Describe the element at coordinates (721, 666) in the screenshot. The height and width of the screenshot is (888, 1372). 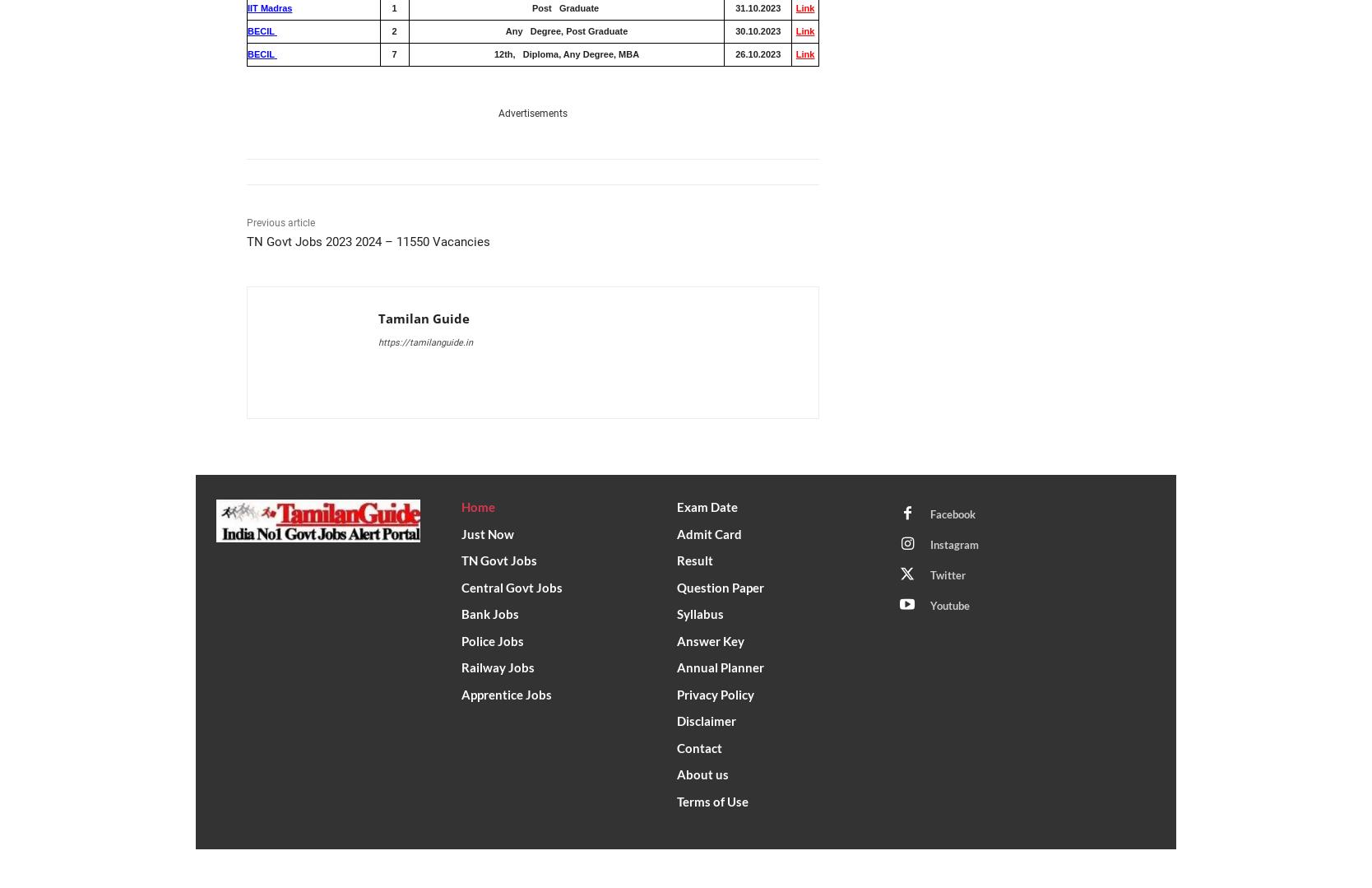
I see `'Annual Planner'` at that location.